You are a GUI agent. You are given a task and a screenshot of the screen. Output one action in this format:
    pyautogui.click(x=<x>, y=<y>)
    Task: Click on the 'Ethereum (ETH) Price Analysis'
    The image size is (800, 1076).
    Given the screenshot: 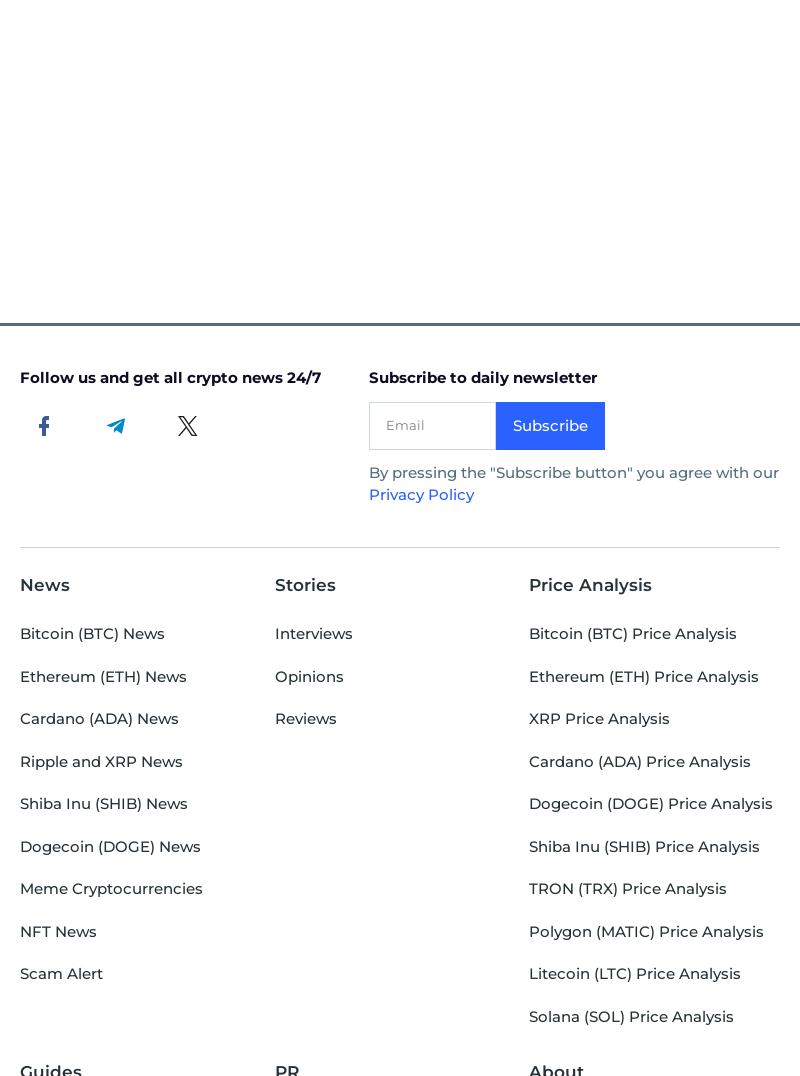 What is the action you would take?
    pyautogui.click(x=643, y=675)
    